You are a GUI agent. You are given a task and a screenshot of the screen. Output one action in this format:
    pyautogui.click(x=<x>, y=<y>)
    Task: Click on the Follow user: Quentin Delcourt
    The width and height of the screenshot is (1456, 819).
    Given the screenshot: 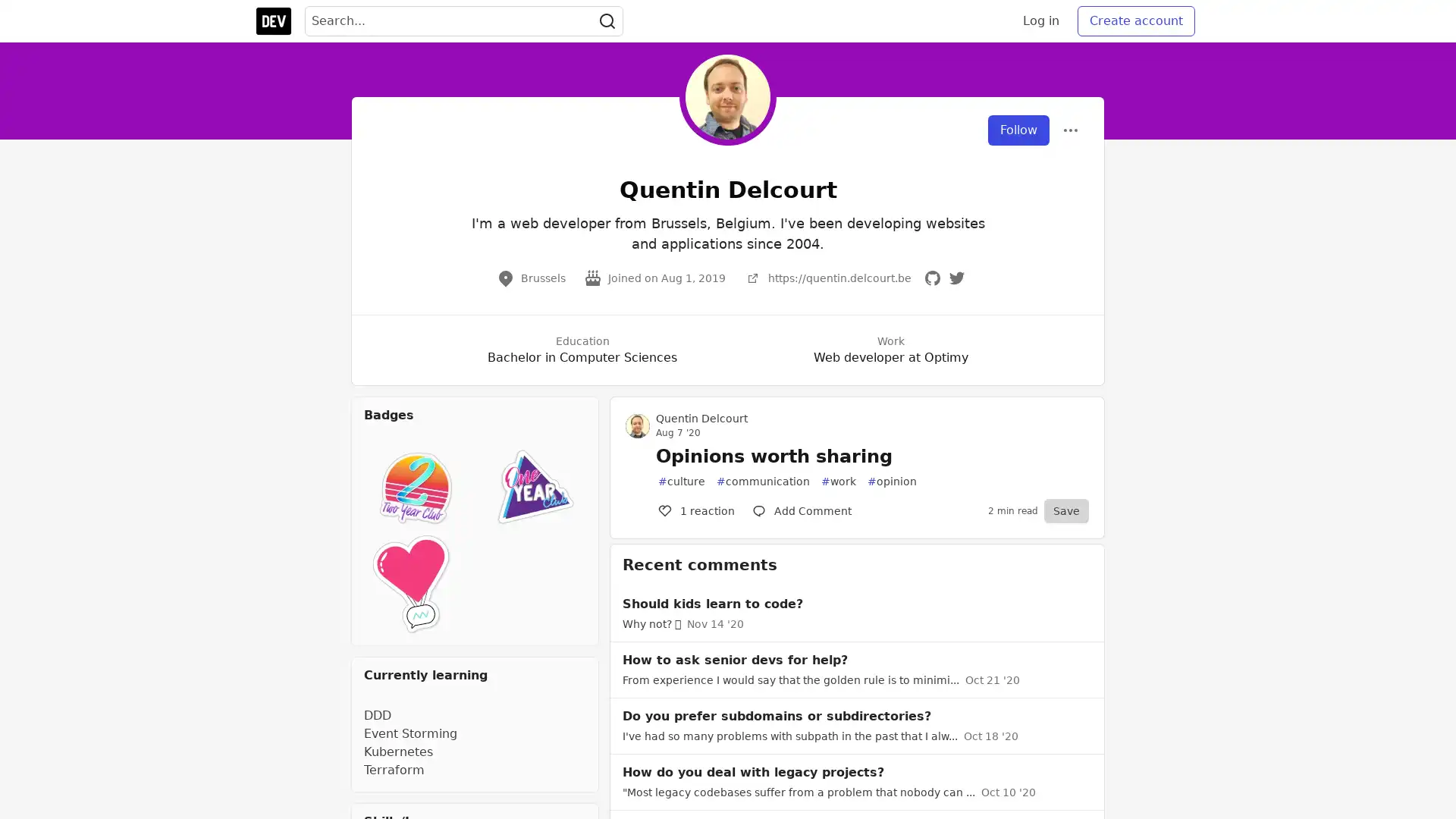 What is the action you would take?
    pyautogui.click(x=1018, y=130)
    